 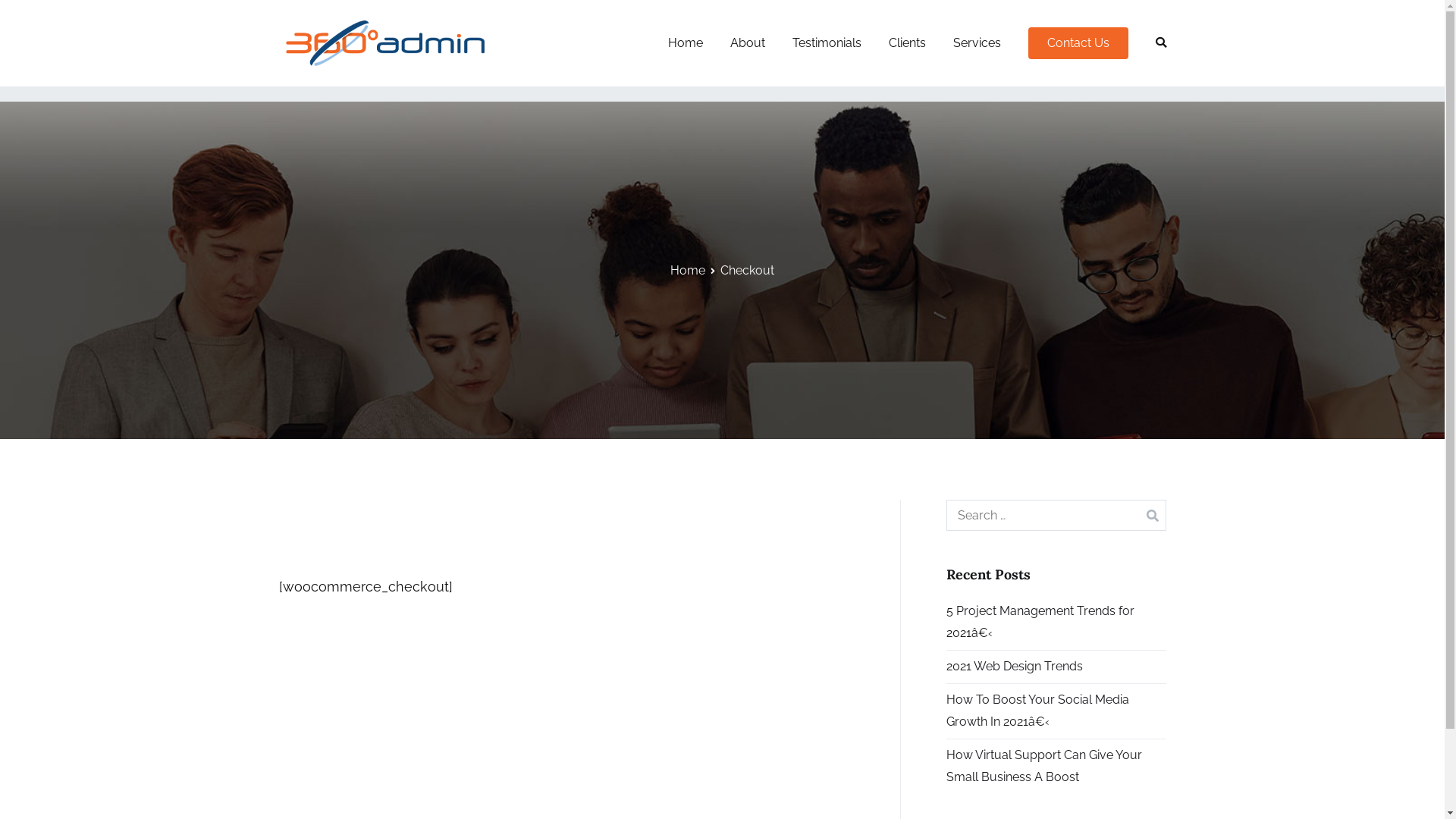 I want to click on 'About', so click(x=746, y=42).